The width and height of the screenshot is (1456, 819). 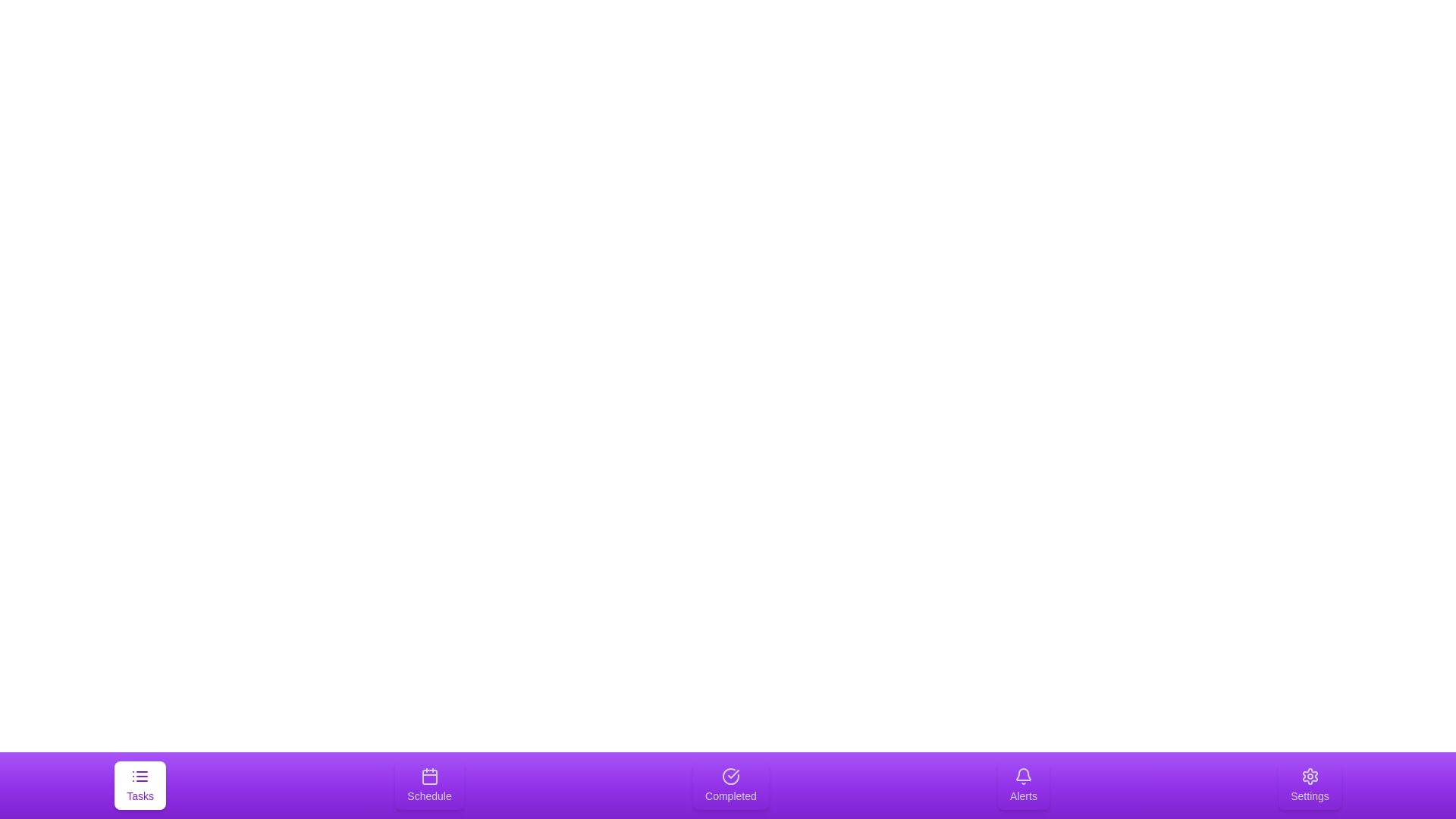 What do you see at coordinates (731, 785) in the screenshot?
I see `the Completed tab to select it` at bounding box center [731, 785].